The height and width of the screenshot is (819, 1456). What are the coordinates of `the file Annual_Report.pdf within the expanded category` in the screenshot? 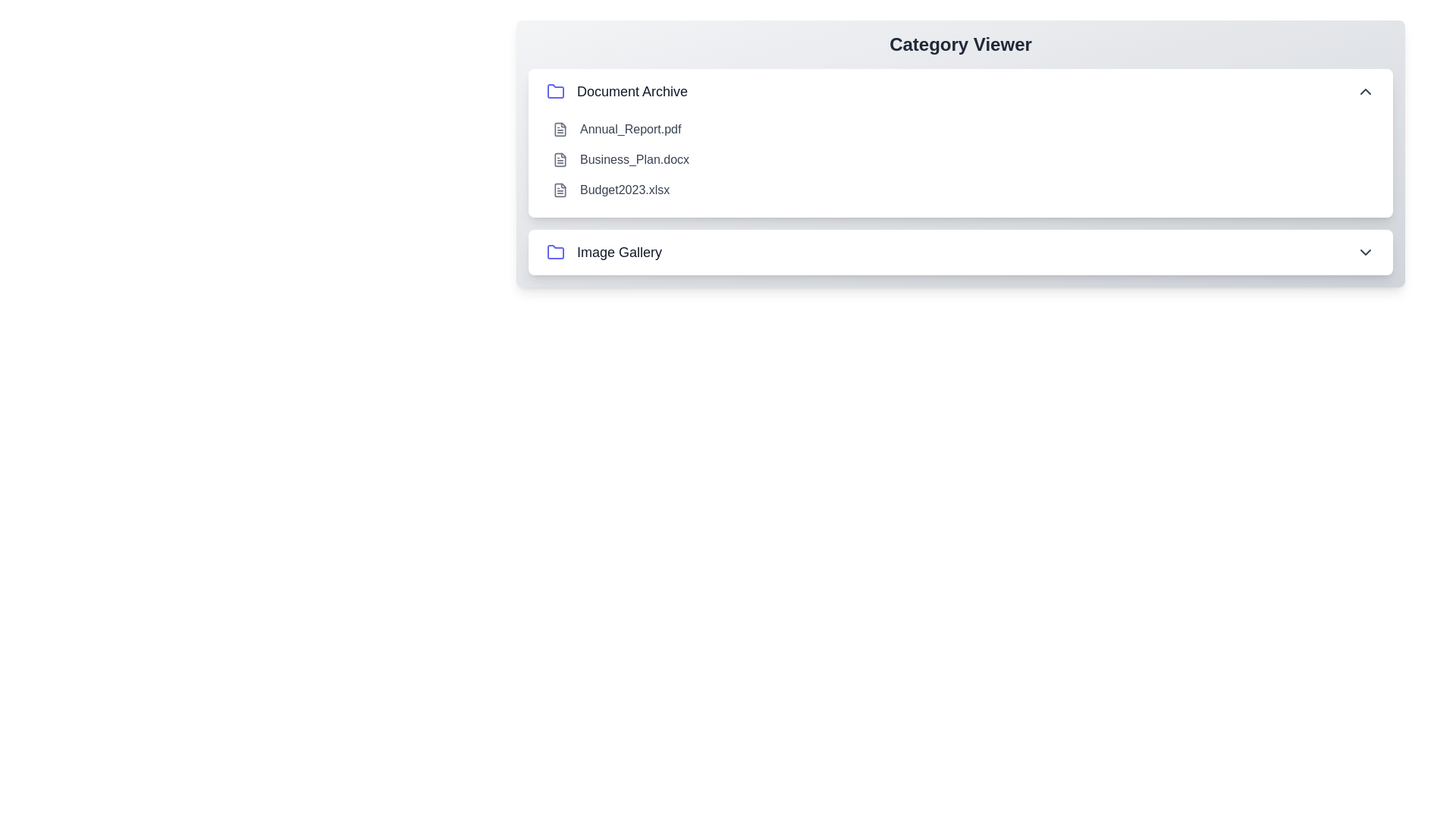 It's located at (560, 128).